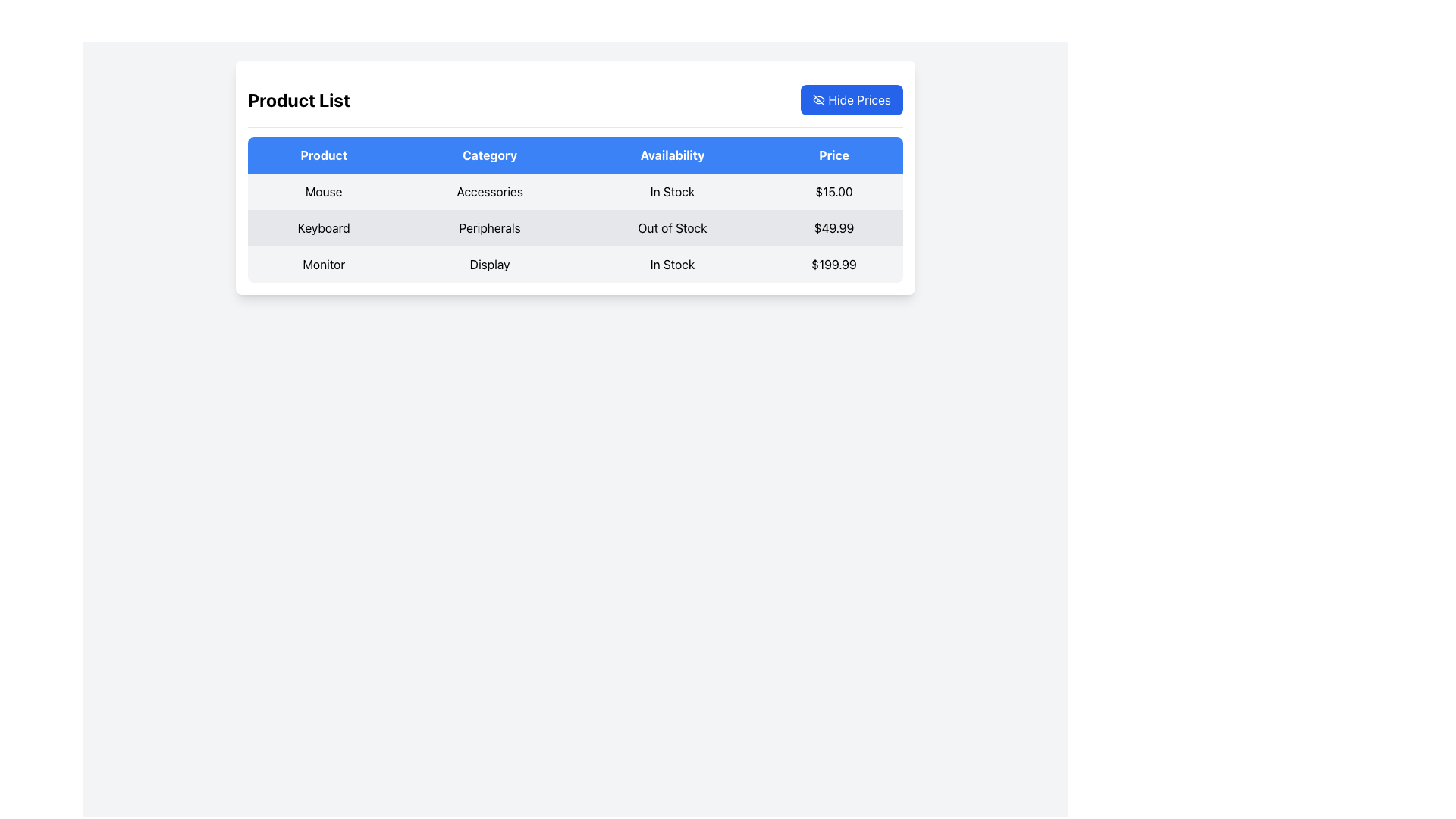 The image size is (1456, 819). I want to click on the static text element displaying 'Keyboard' located in the second row of the table under the header 'Product', so click(323, 227).